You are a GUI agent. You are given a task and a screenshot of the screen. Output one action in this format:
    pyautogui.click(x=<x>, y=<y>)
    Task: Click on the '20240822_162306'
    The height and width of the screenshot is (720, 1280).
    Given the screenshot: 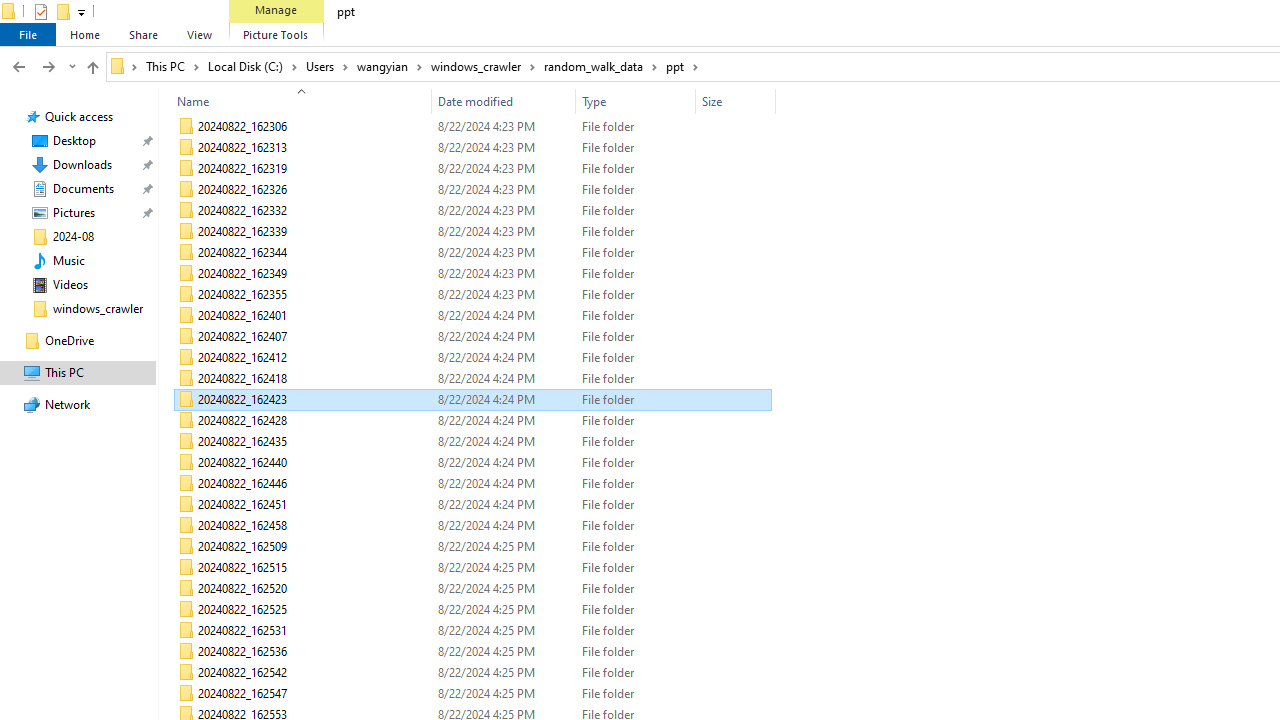 What is the action you would take?
    pyautogui.click(x=471, y=127)
    